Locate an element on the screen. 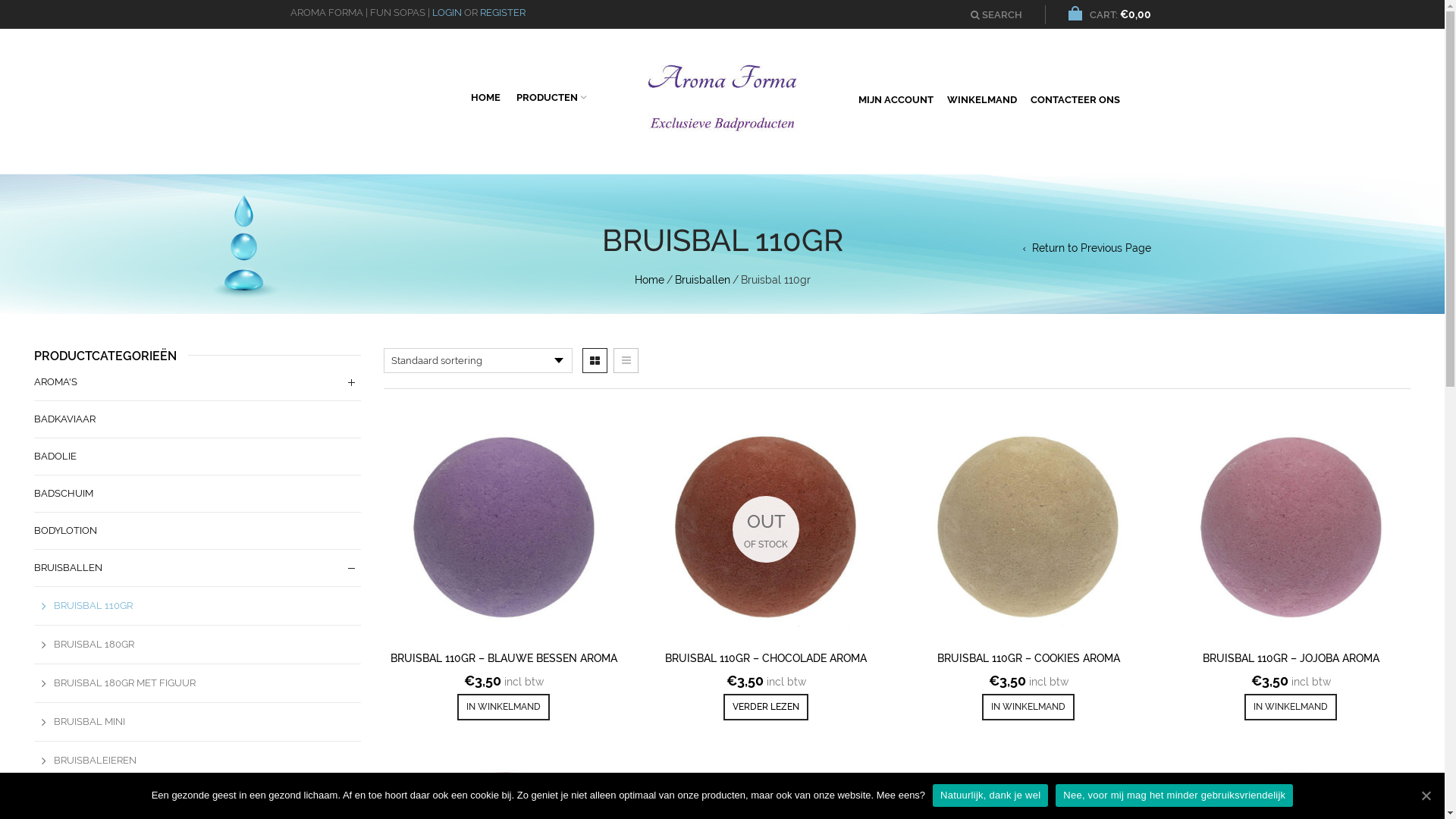 The width and height of the screenshot is (1456, 819). 'Bruisballen' is located at coordinates (701, 280).